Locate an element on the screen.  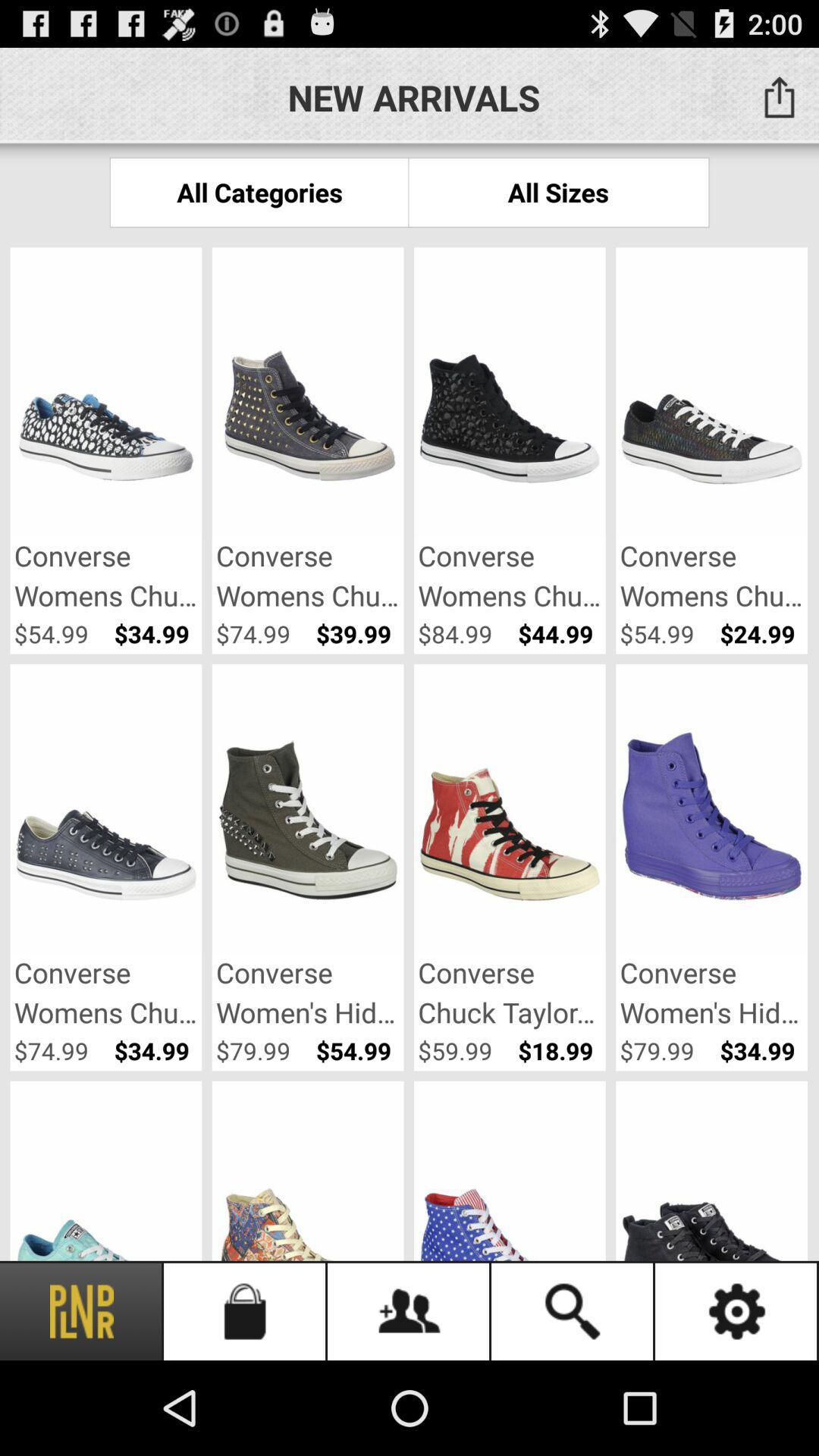
the second row first image is located at coordinates (105, 810).